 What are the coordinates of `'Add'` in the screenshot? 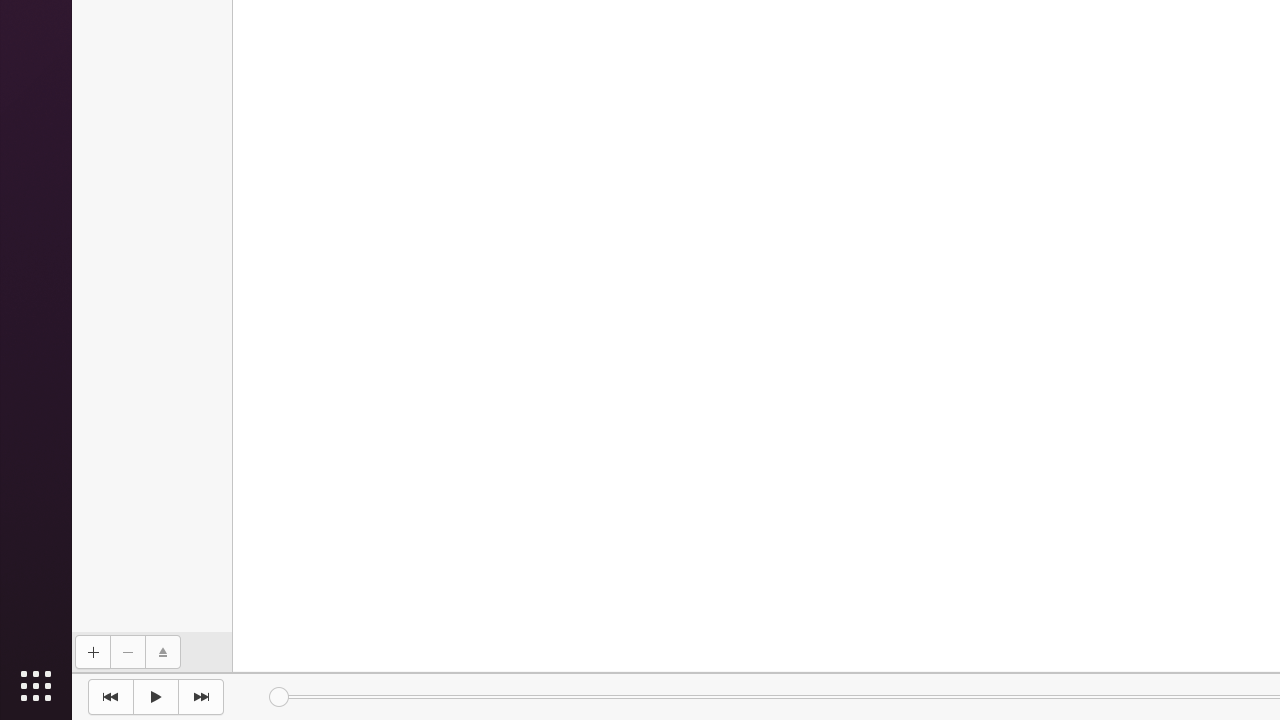 It's located at (91, 652).